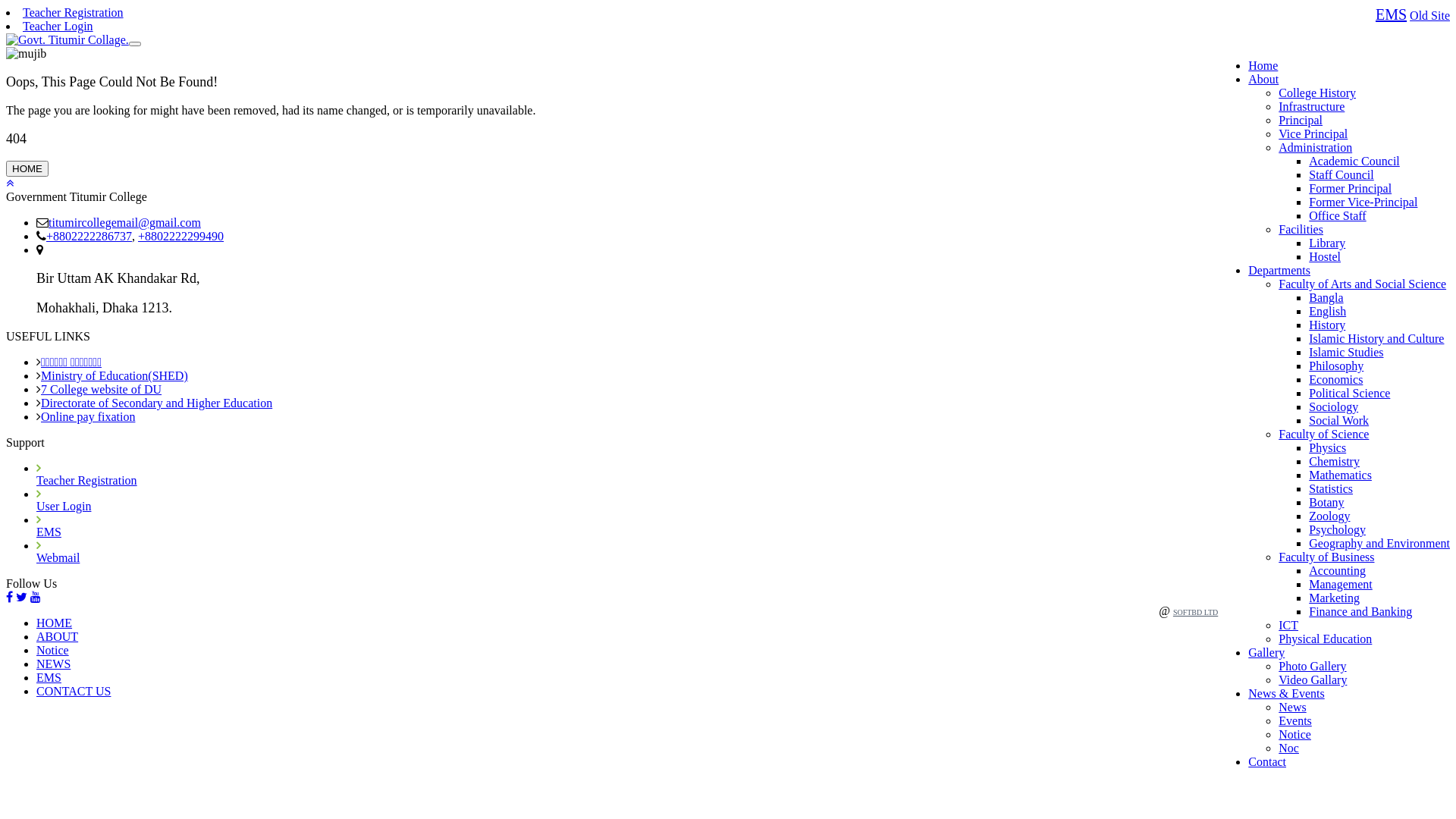 The width and height of the screenshot is (1456, 819). What do you see at coordinates (22, 12) in the screenshot?
I see `'Teacher Registration'` at bounding box center [22, 12].